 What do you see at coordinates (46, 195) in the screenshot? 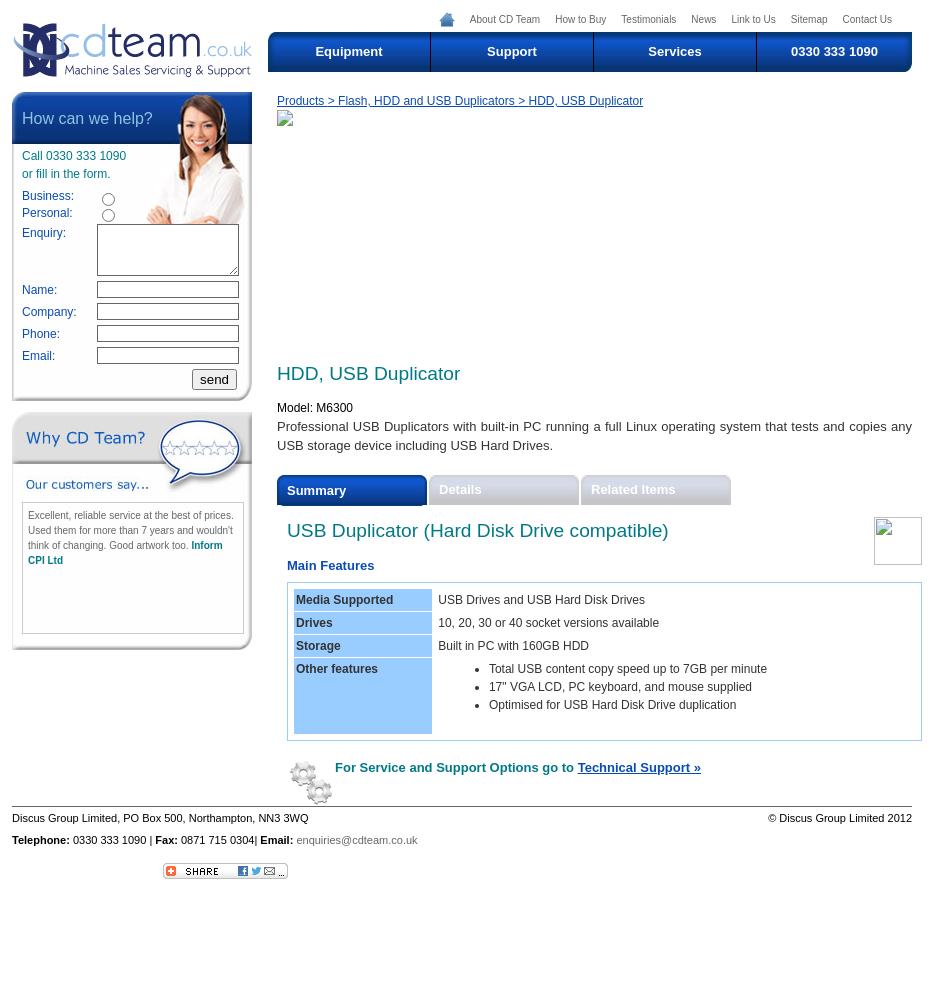
I see `'Business:'` at bounding box center [46, 195].